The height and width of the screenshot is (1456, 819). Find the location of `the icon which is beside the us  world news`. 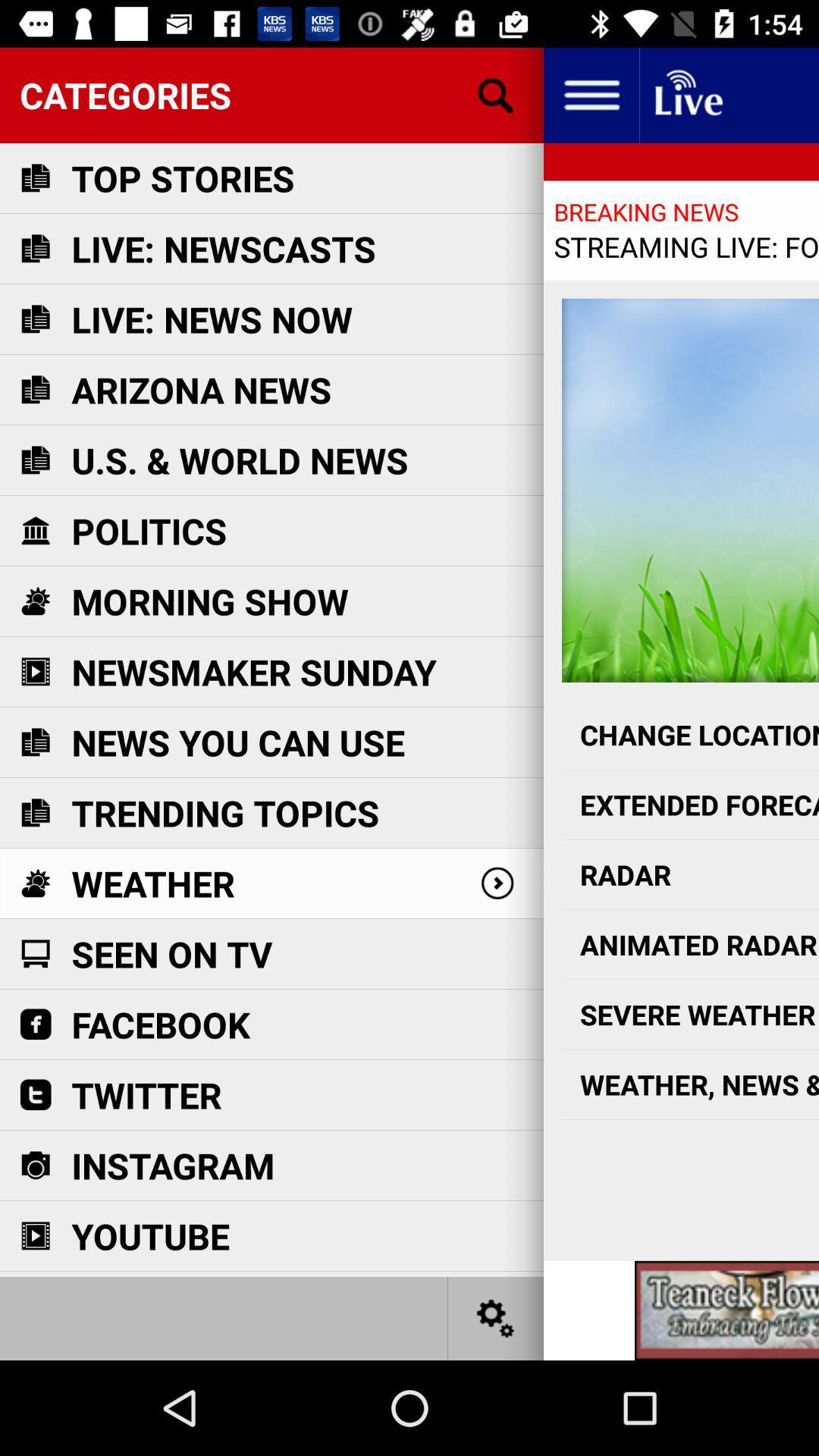

the icon which is beside the us  world news is located at coordinates (34, 459).